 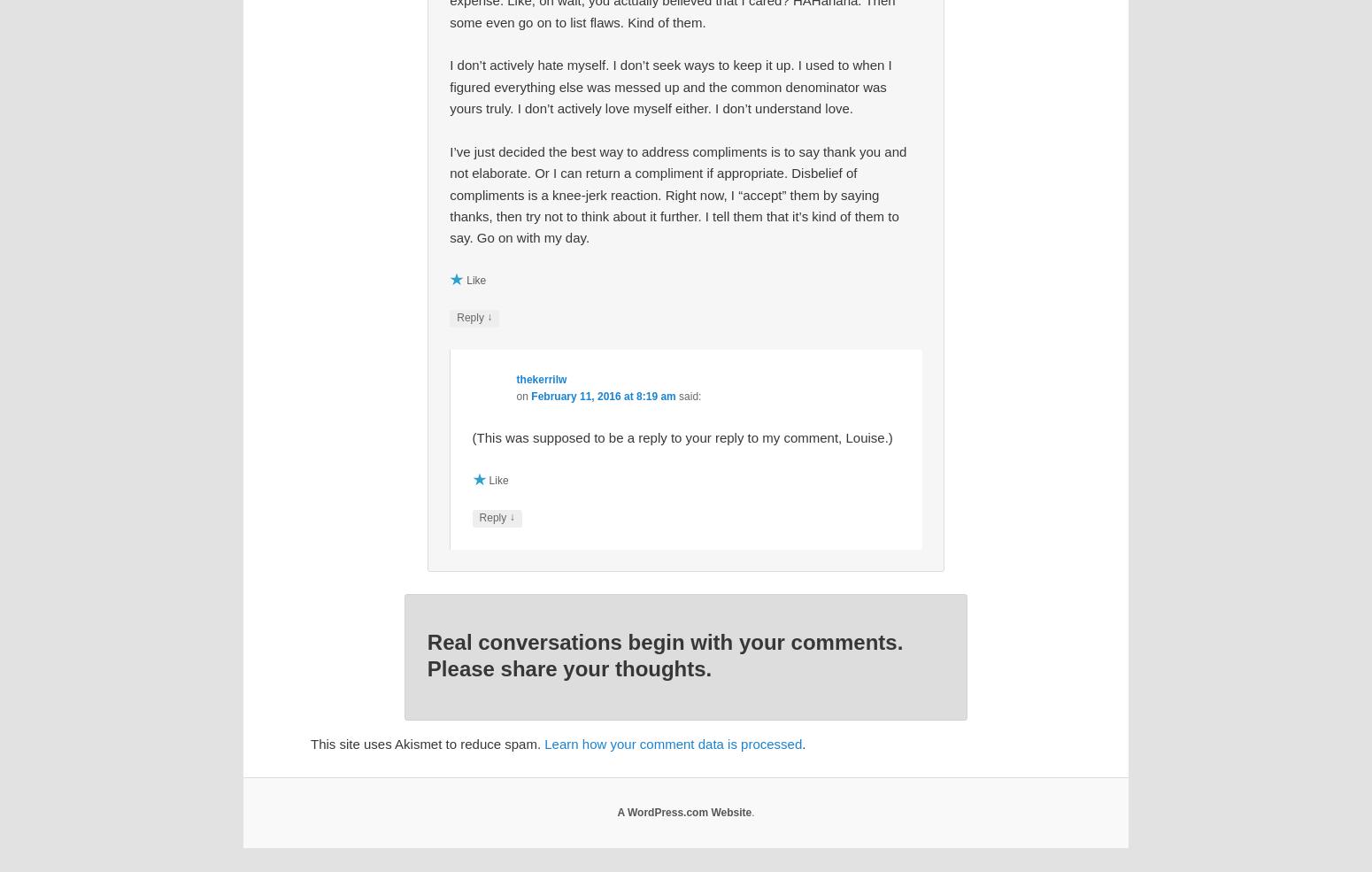 I want to click on 'thekerrilw', so click(x=541, y=377).